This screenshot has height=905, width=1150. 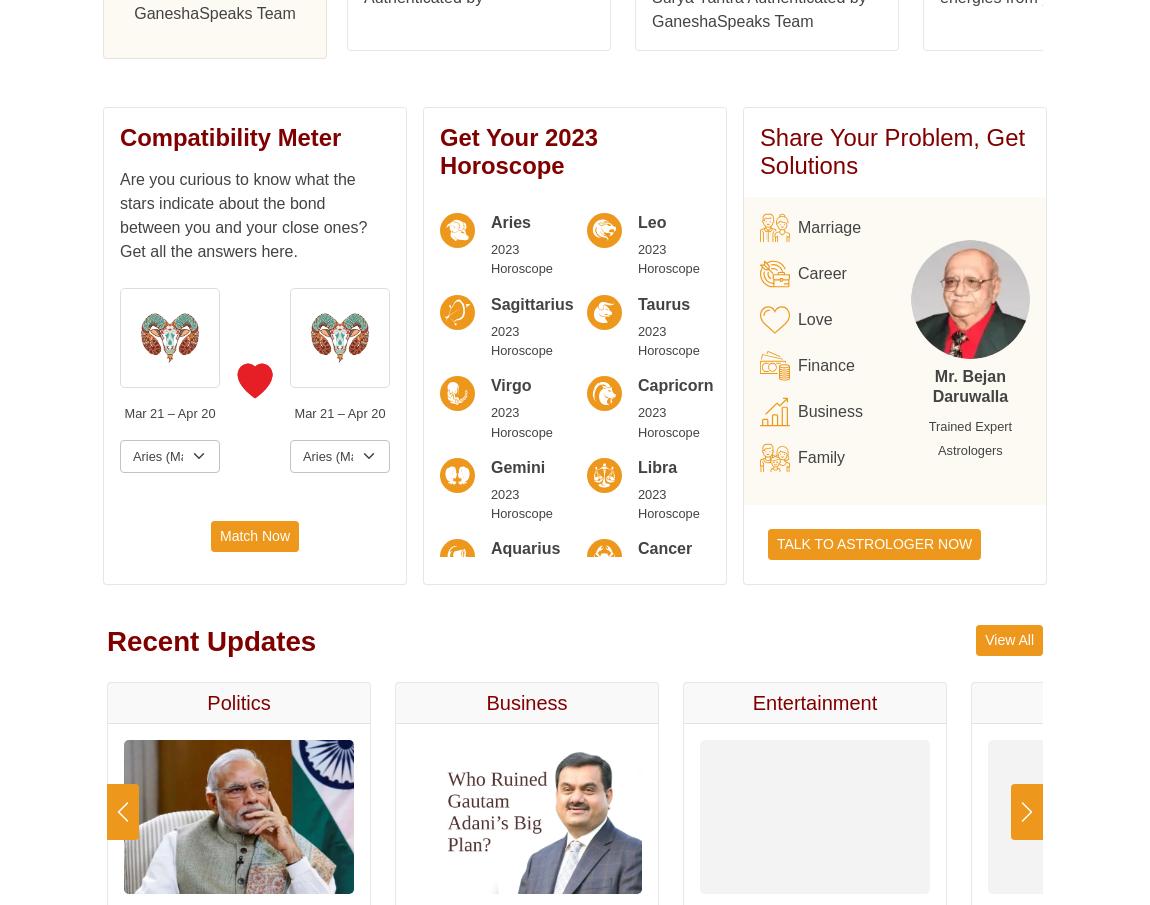 What do you see at coordinates (134, 57) in the screenshot?
I see `'Aquarius'` at bounding box center [134, 57].